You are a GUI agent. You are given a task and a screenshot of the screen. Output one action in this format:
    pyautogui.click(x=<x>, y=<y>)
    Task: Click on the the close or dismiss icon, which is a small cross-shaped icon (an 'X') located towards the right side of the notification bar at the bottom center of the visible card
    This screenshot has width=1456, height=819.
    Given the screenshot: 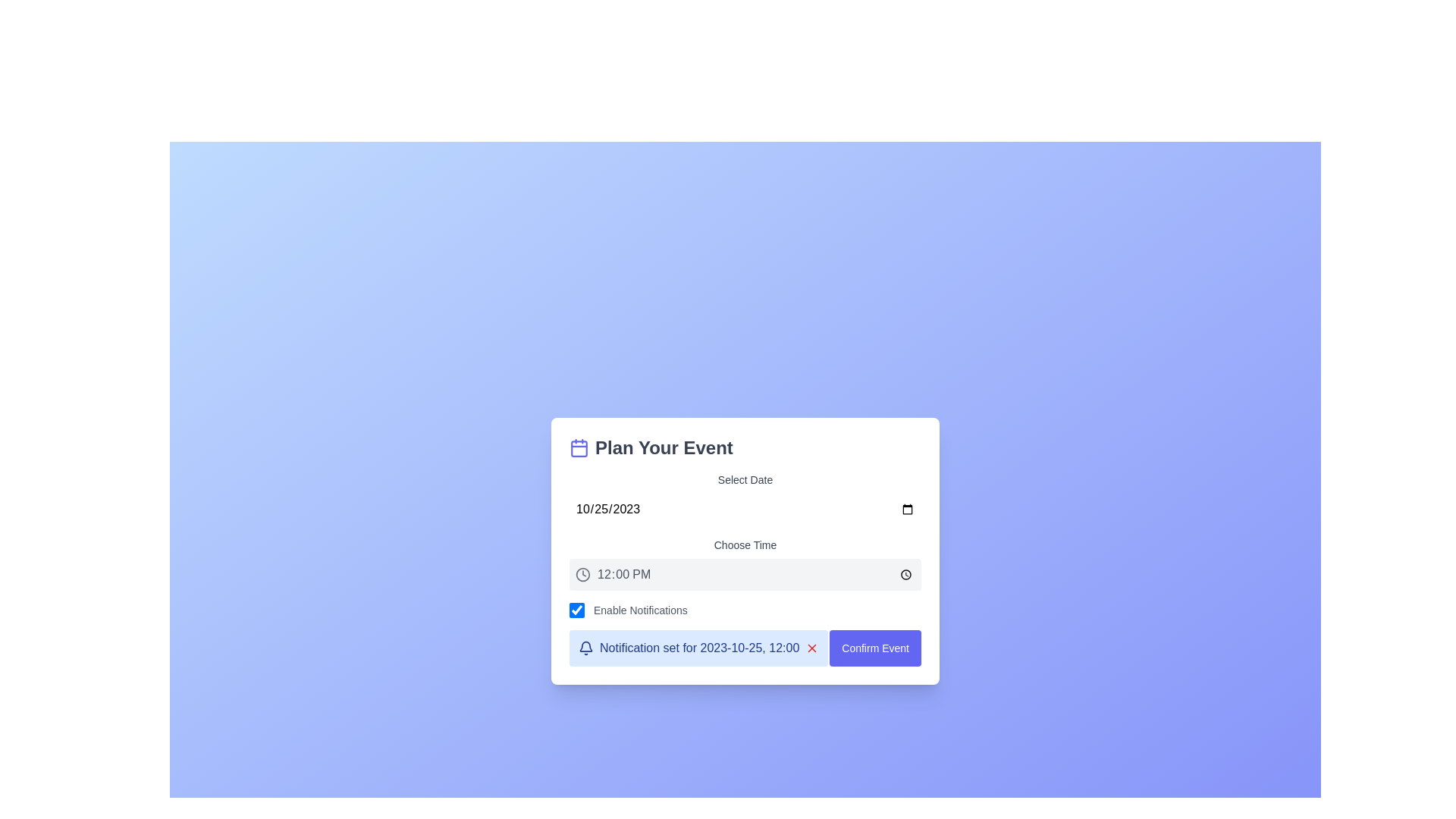 What is the action you would take?
    pyautogui.click(x=811, y=648)
    